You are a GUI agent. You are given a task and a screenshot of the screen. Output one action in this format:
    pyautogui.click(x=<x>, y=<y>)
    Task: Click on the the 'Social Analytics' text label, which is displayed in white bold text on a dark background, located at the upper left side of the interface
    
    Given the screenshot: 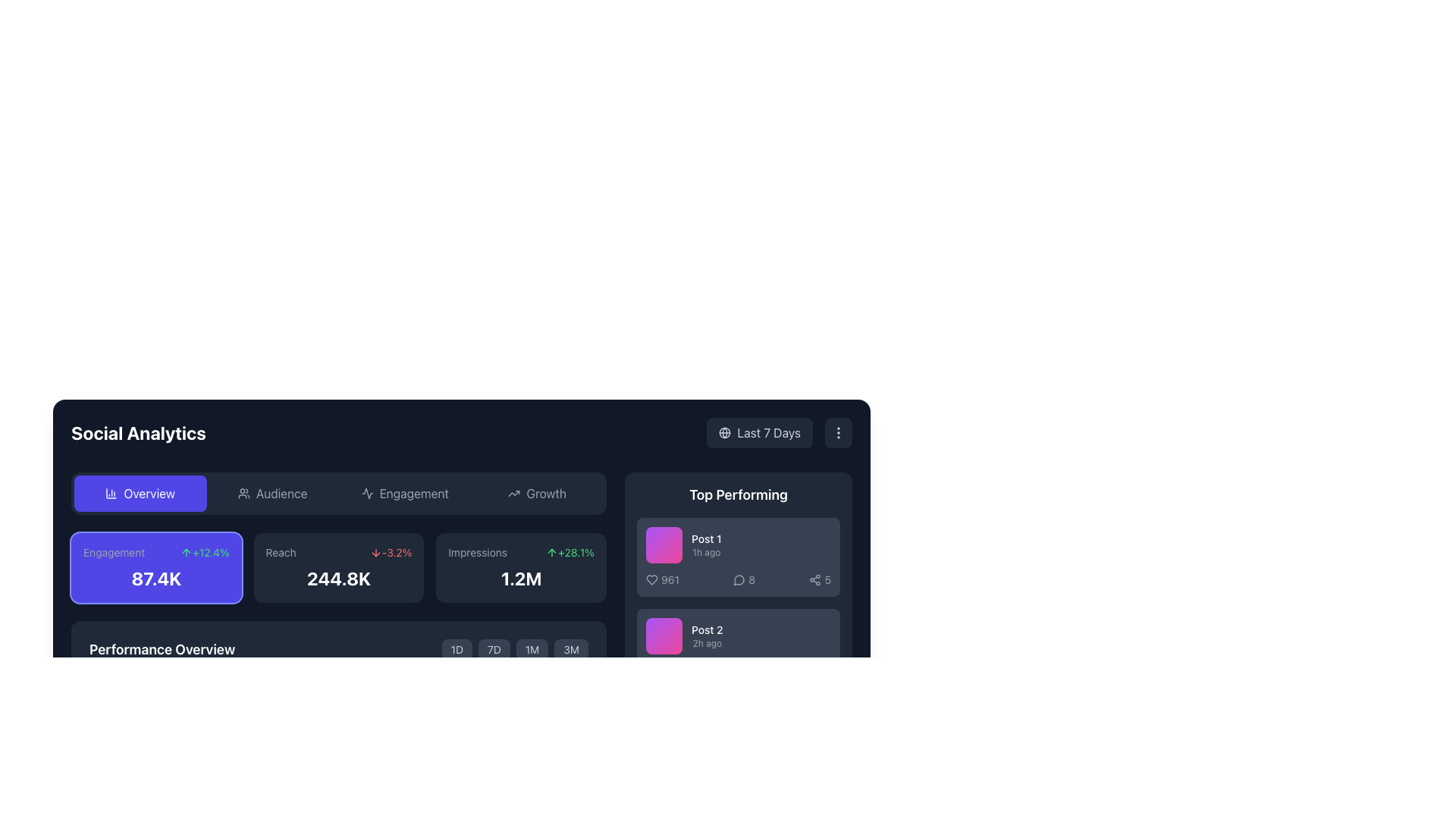 What is the action you would take?
    pyautogui.click(x=138, y=432)
    